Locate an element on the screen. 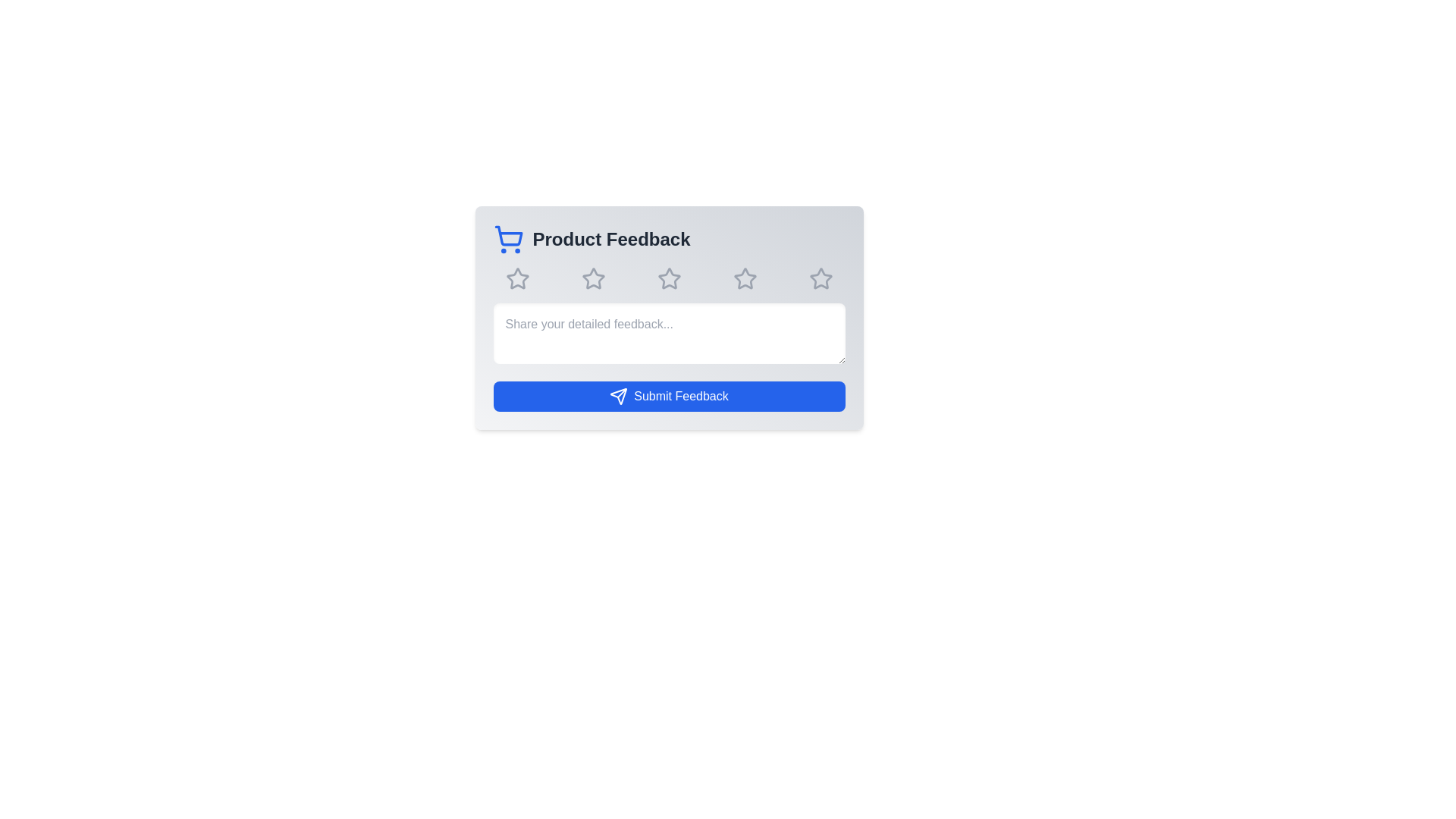 This screenshot has width=1456, height=819. the shopping cart icon with a blue outline located on the left side next to the 'Product Feedback' text is located at coordinates (508, 239).